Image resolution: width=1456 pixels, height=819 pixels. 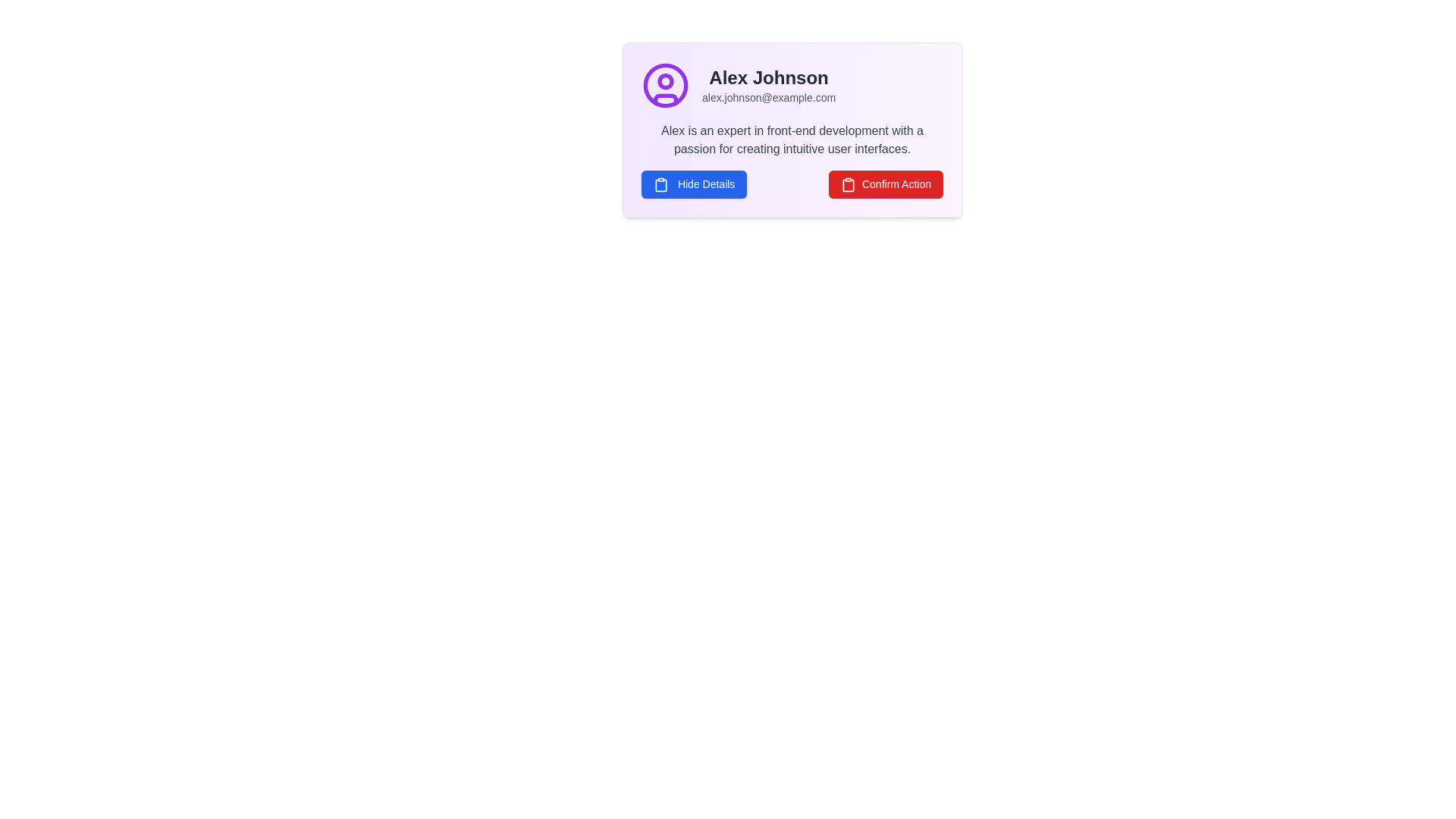 I want to click on the first button in the horizontal layout located in the bottom-left corner of the user's profile details section, so click(x=693, y=184).